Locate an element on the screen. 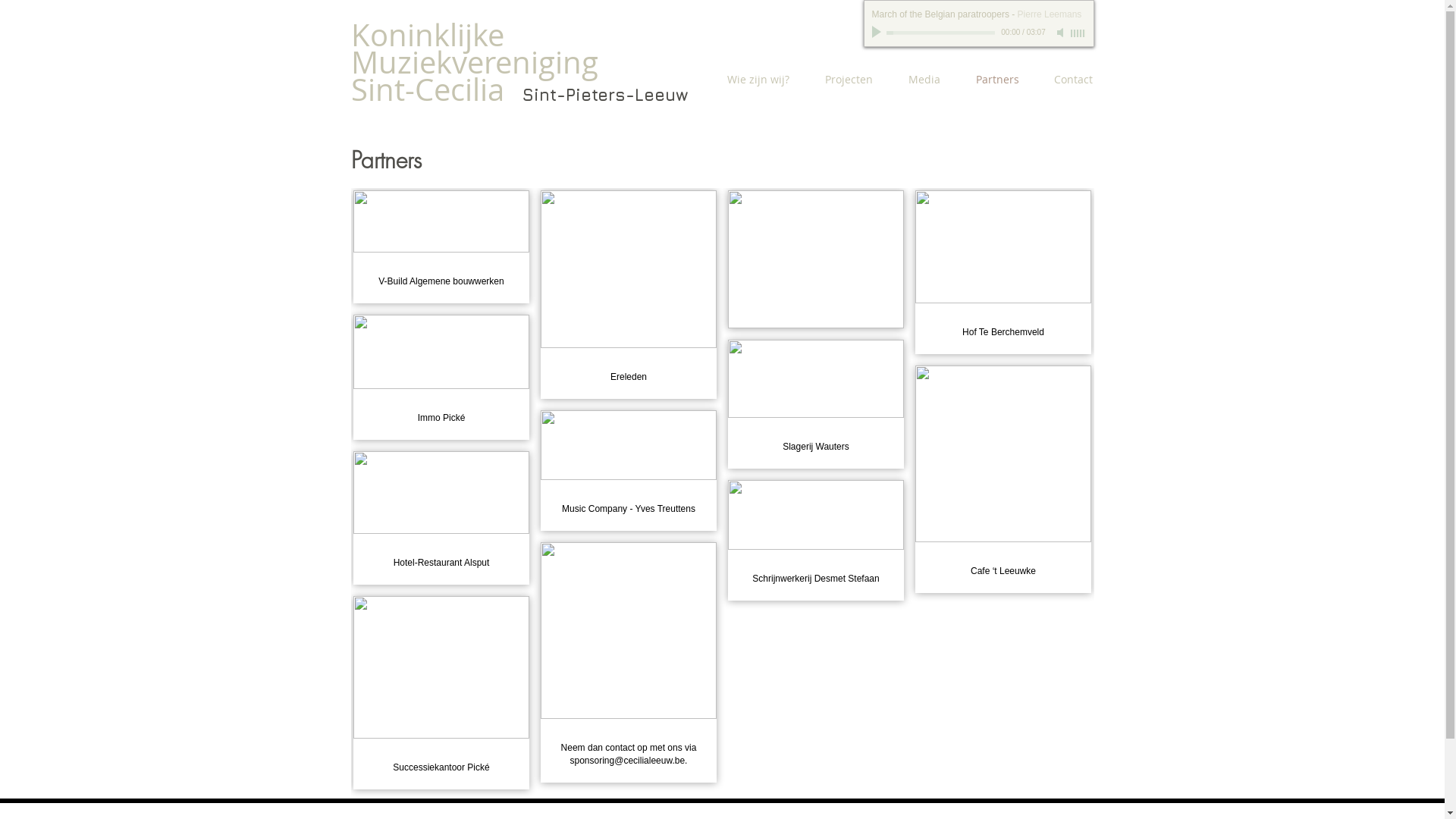 The height and width of the screenshot is (819, 1456). 'Wie zijn wij?' is located at coordinates (701, 79).